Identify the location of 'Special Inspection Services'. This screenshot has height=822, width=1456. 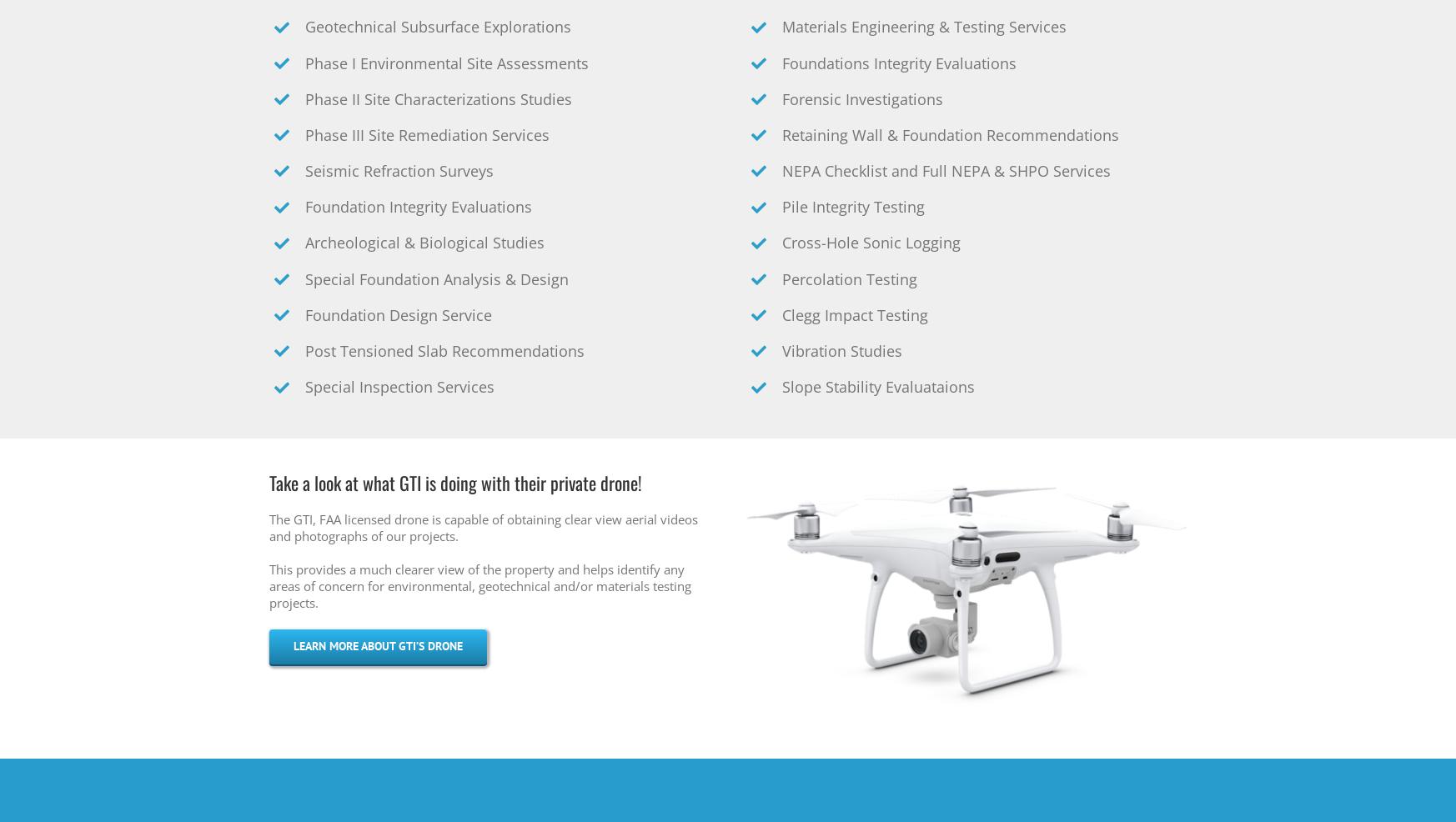
(399, 387).